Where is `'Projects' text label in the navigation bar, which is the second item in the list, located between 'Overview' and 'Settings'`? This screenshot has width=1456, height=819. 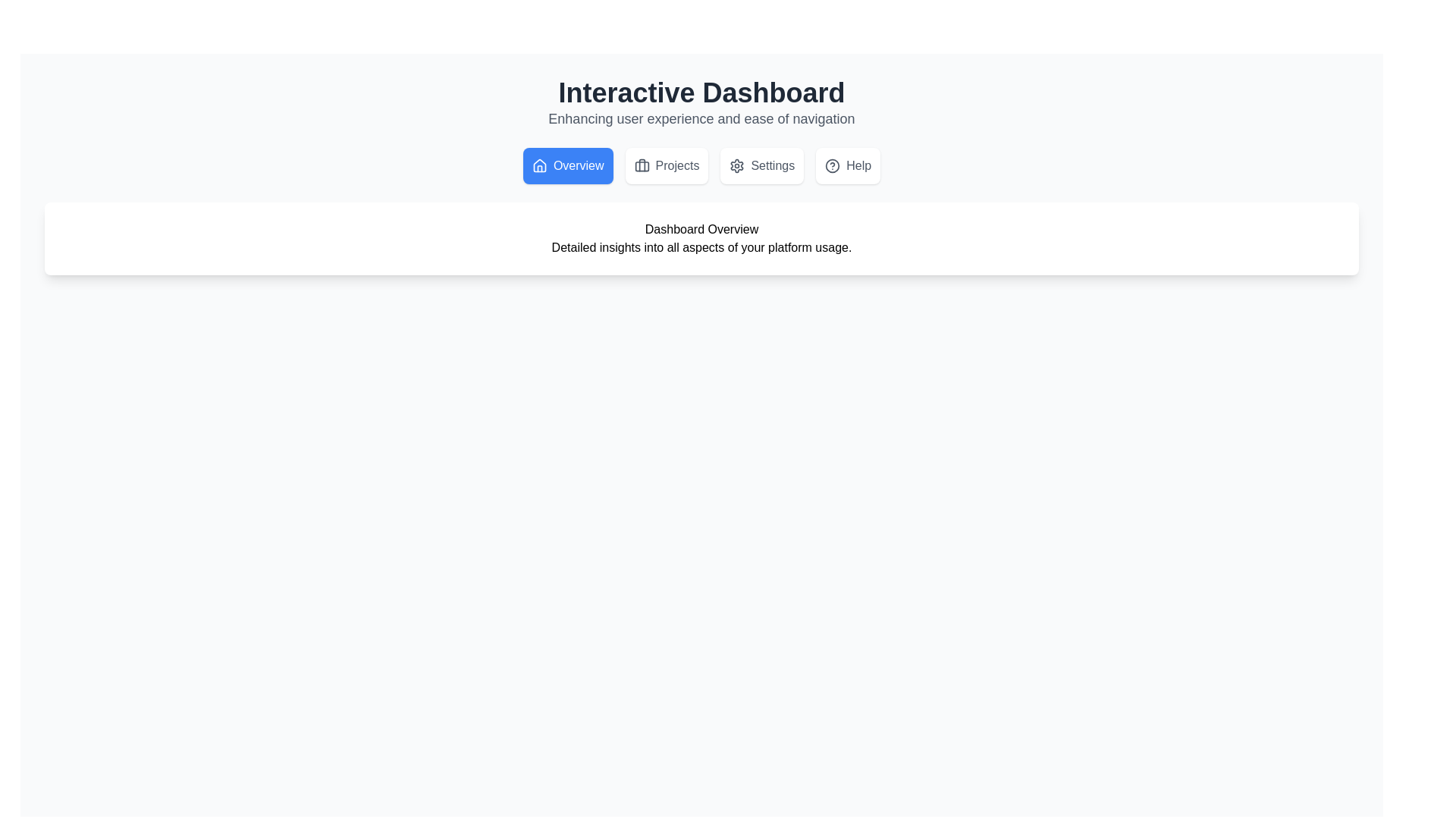 'Projects' text label in the navigation bar, which is the second item in the list, located between 'Overview' and 'Settings' is located at coordinates (676, 166).